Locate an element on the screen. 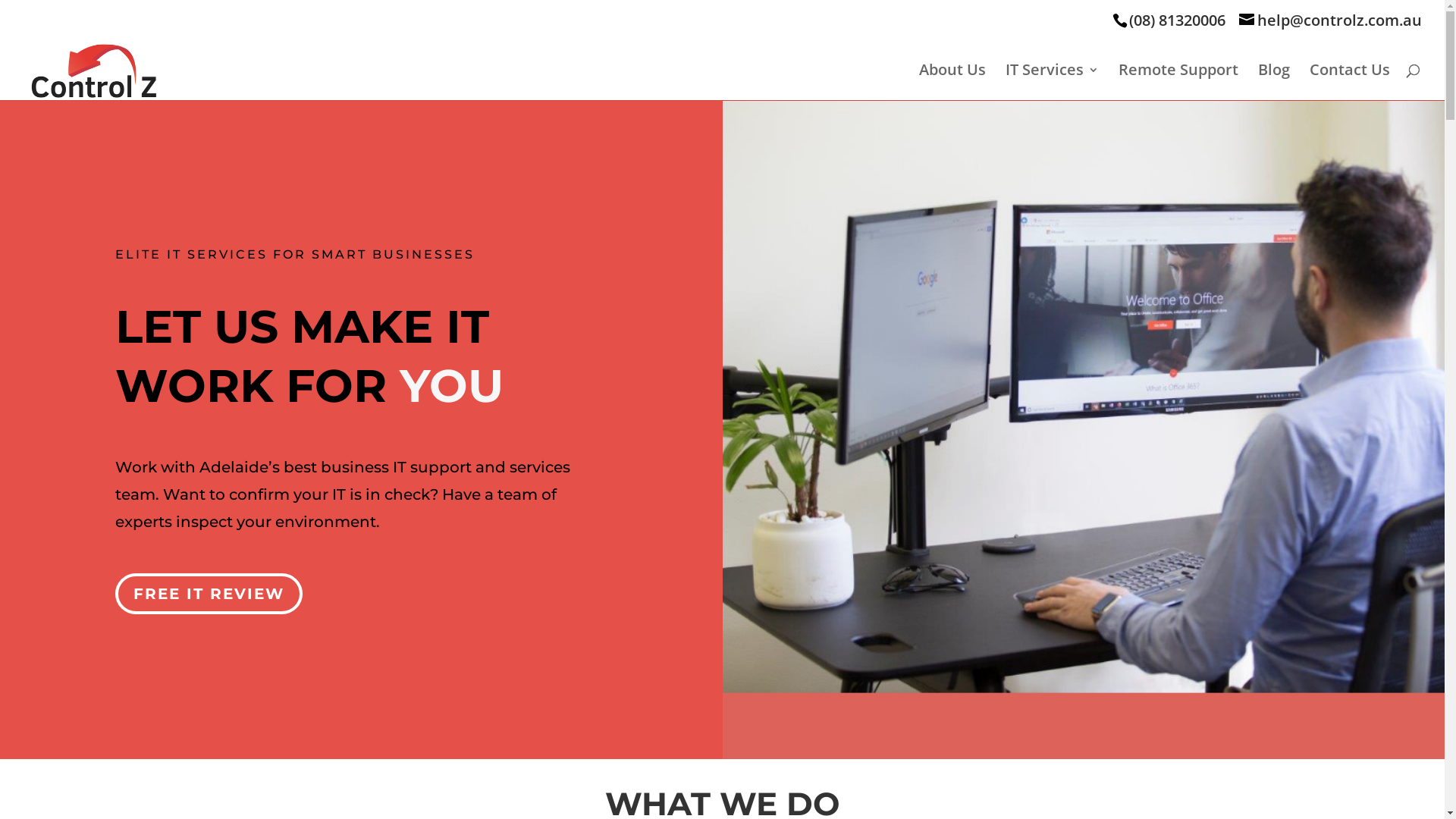 This screenshot has width=1456, height=819. 'IT Services' is located at coordinates (1051, 82).